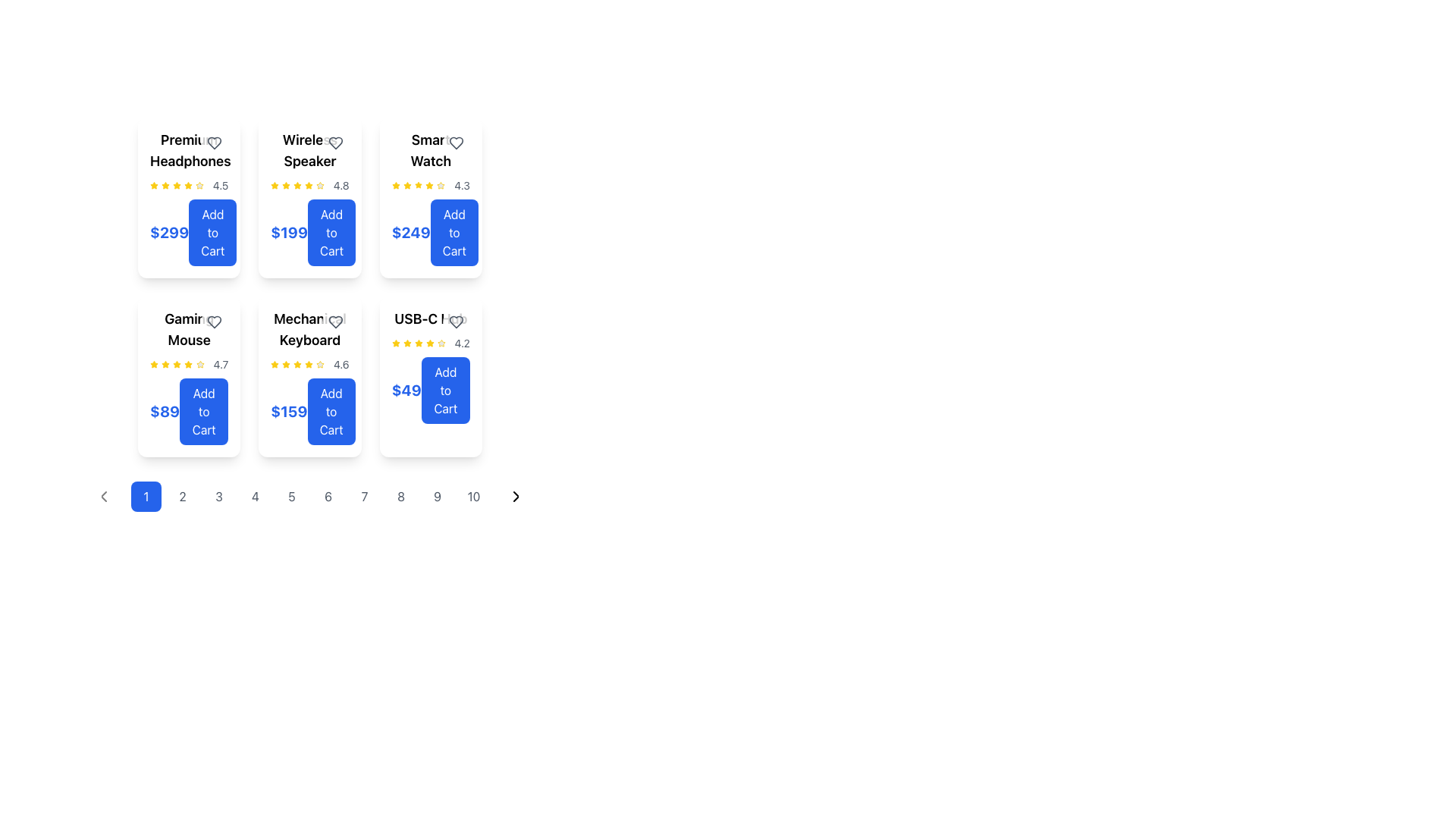 This screenshot has width=1456, height=819. What do you see at coordinates (308, 185) in the screenshot?
I see `the rating indicator icon located adjacent to the text '4.8' and the fourth star in the Wireless Speaker product card` at bounding box center [308, 185].